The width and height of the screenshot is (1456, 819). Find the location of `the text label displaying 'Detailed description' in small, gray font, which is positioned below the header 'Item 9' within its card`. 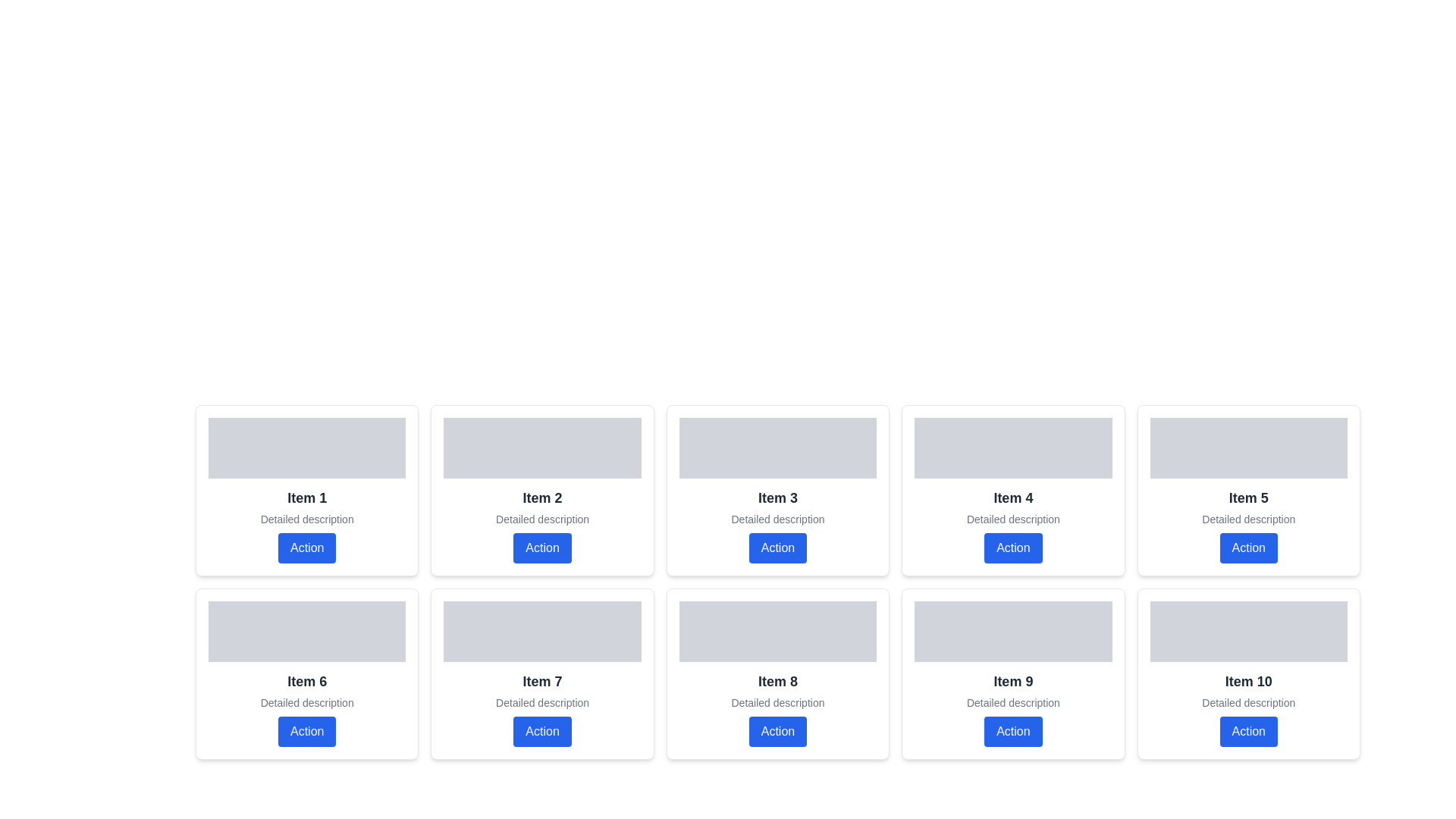

the text label displaying 'Detailed description' in small, gray font, which is positioned below the header 'Item 9' within its card is located at coordinates (1013, 702).